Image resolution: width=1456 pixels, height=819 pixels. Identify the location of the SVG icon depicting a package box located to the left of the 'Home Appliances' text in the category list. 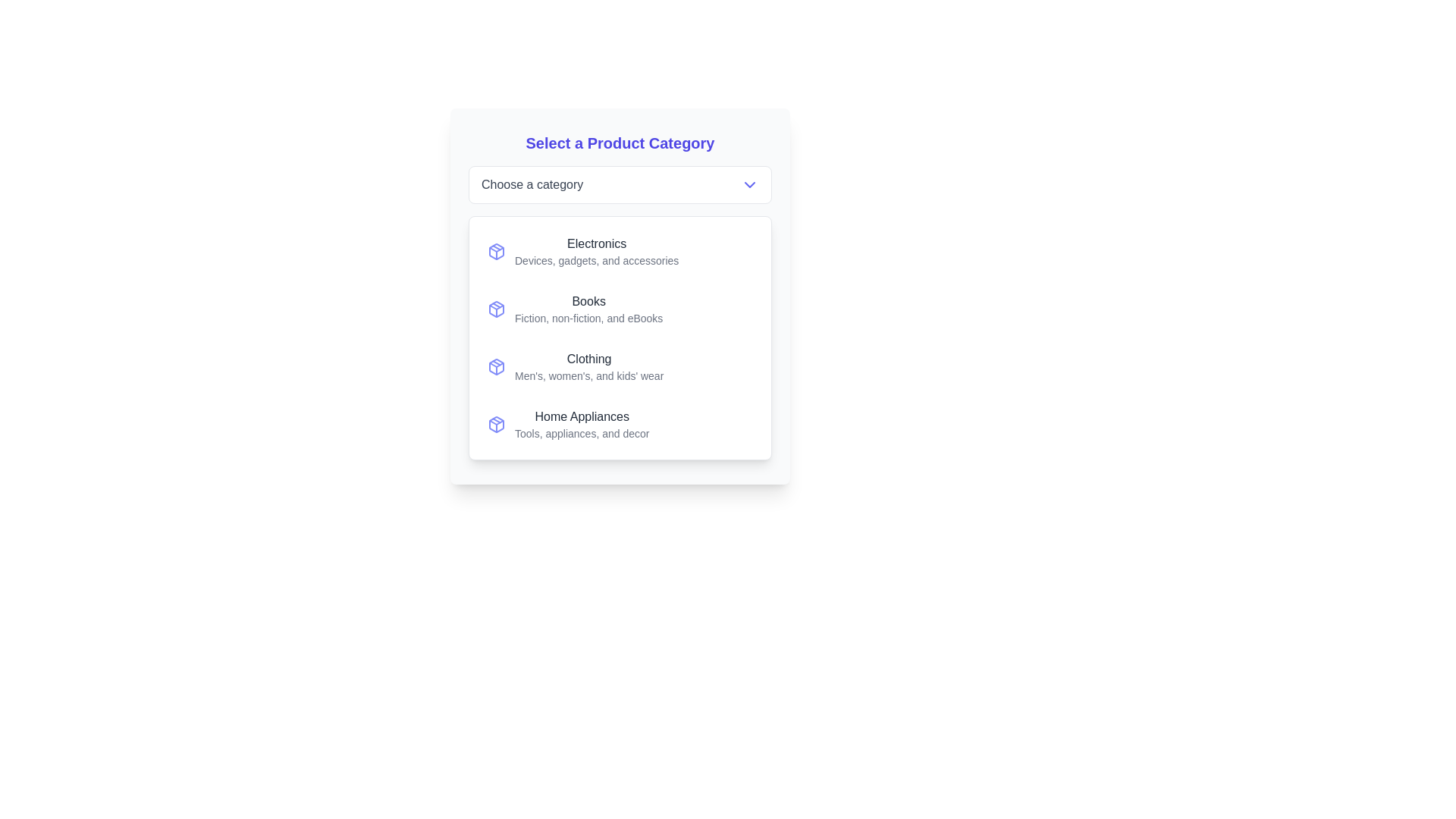
(496, 424).